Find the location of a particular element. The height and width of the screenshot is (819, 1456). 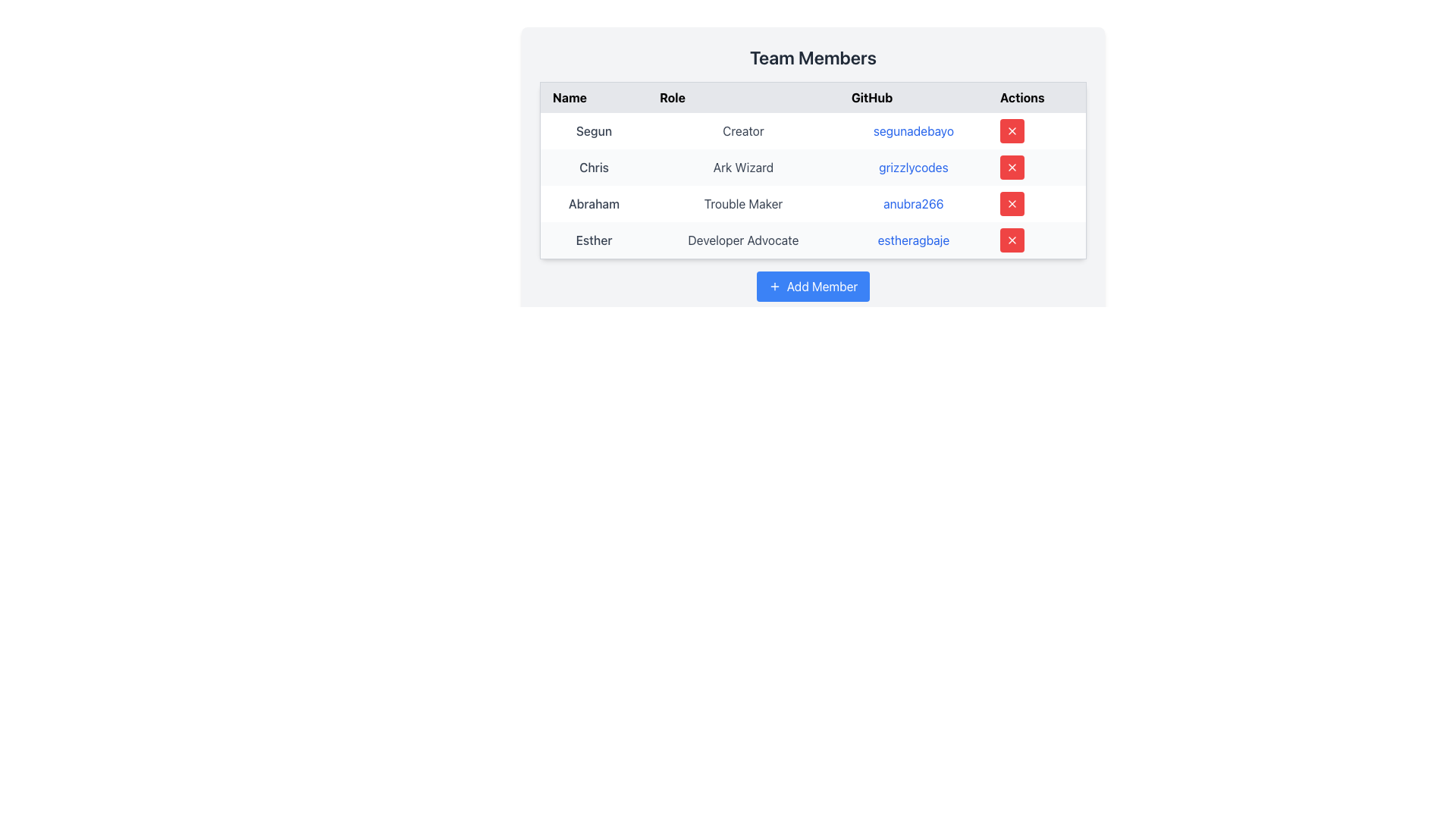

the text label displaying 'Developer Advocate' located in the 'Role' column of the table under the name 'Esther' is located at coordinates (743, 240).